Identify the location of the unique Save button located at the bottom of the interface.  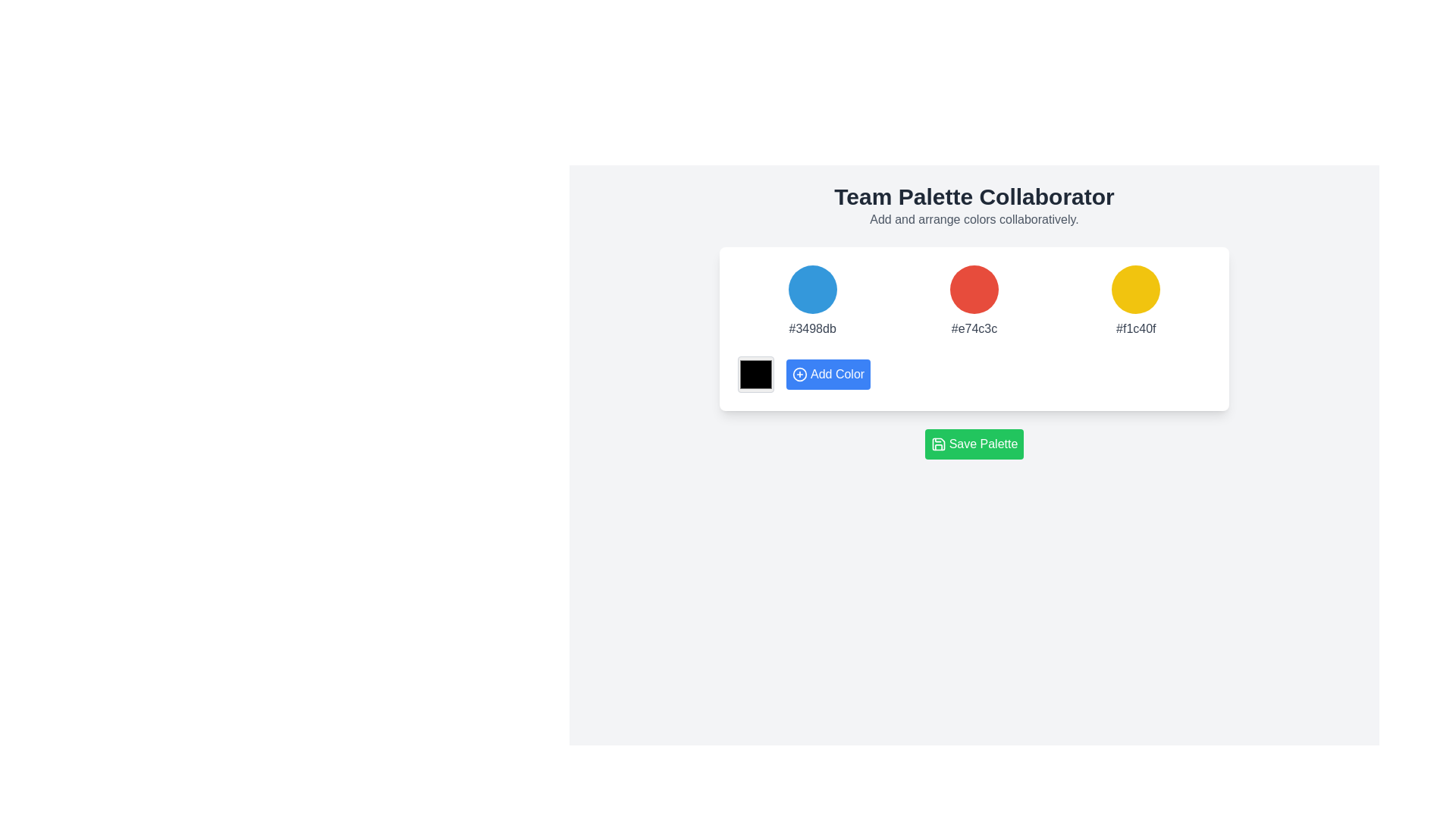
(974, 444).